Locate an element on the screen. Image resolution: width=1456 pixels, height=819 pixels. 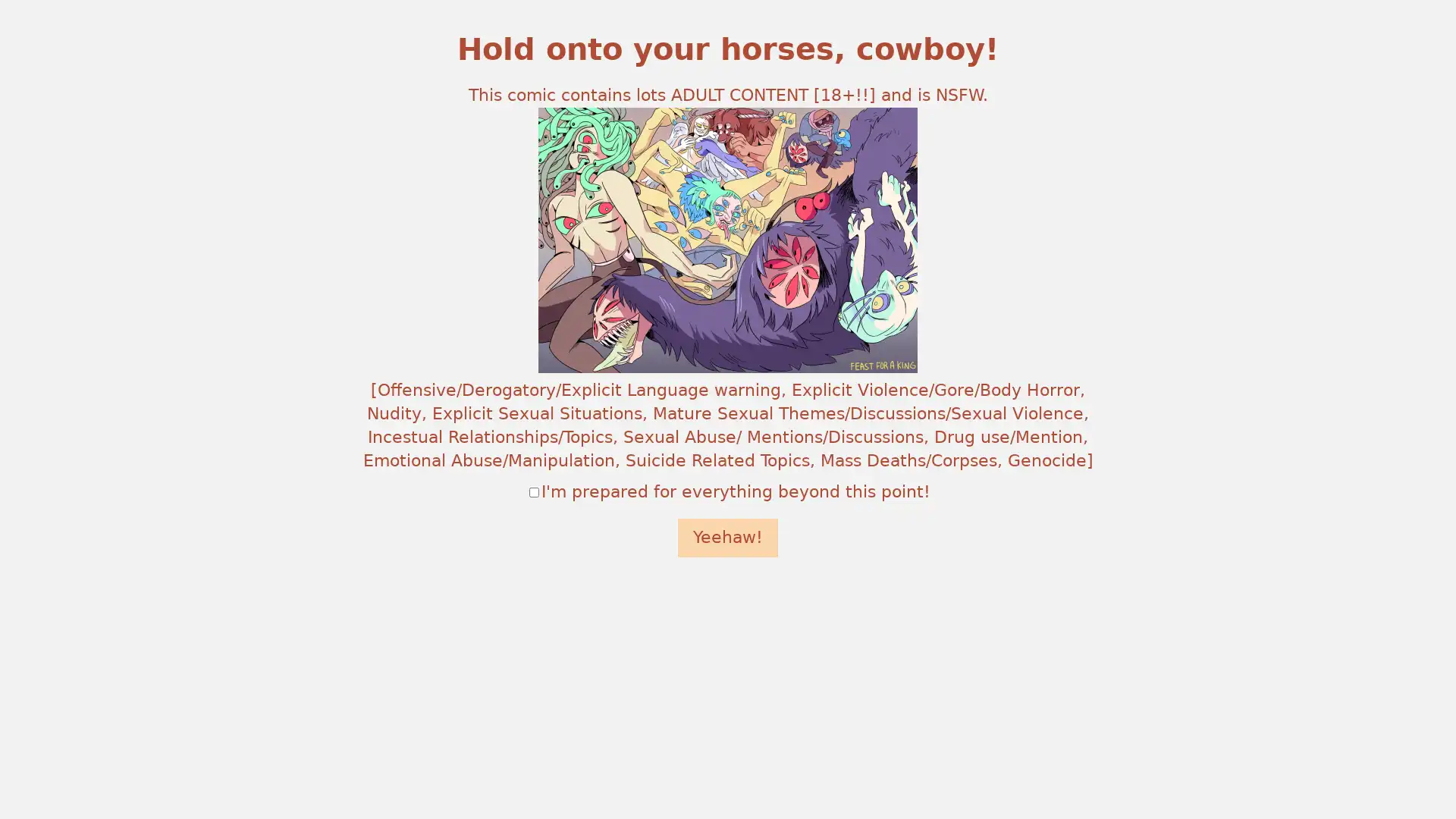
Yeehaw! is located at coordinates (728, 537).